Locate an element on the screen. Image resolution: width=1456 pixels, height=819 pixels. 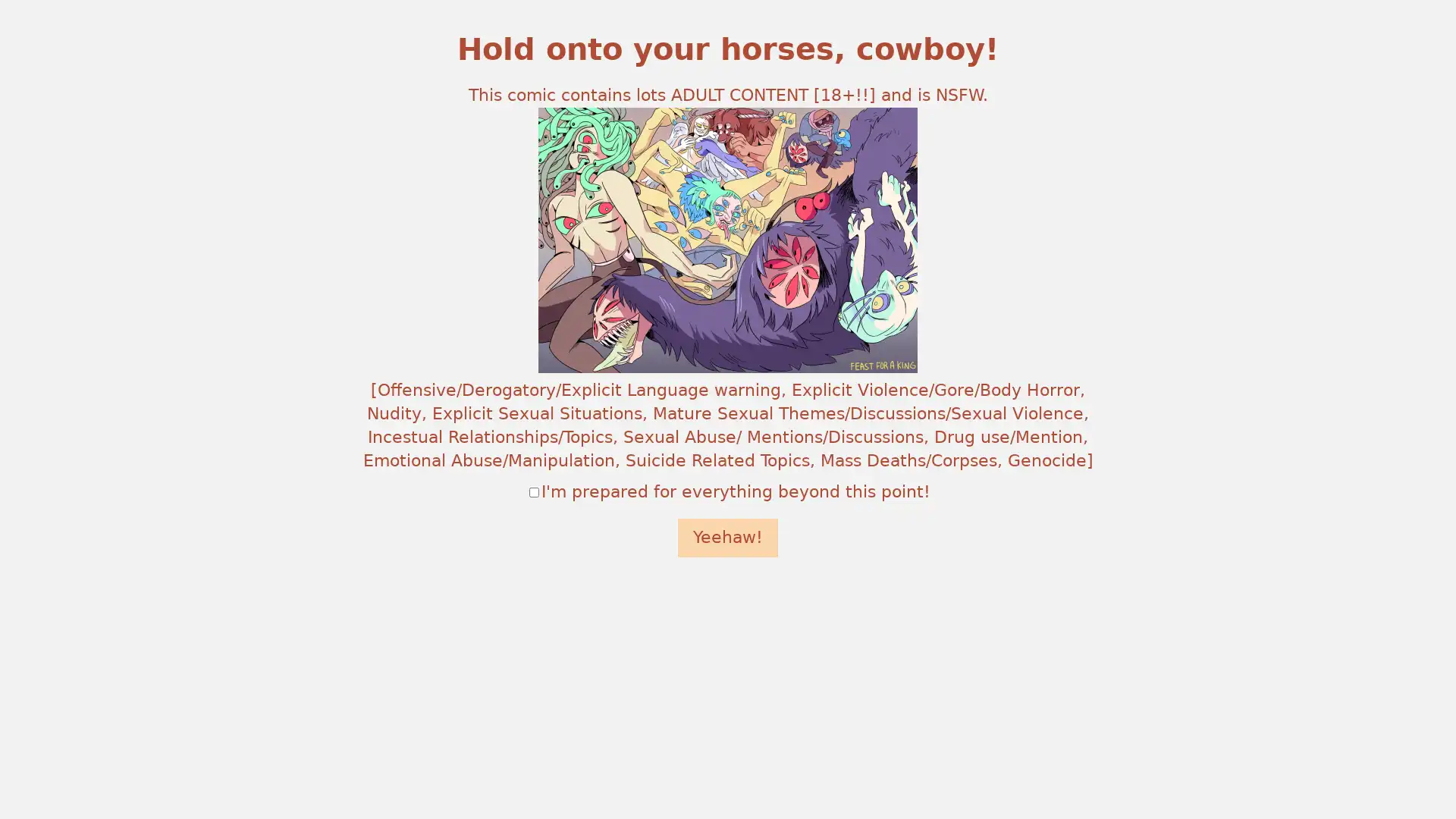
Yeehaw! is located at coordinates (728, 537).